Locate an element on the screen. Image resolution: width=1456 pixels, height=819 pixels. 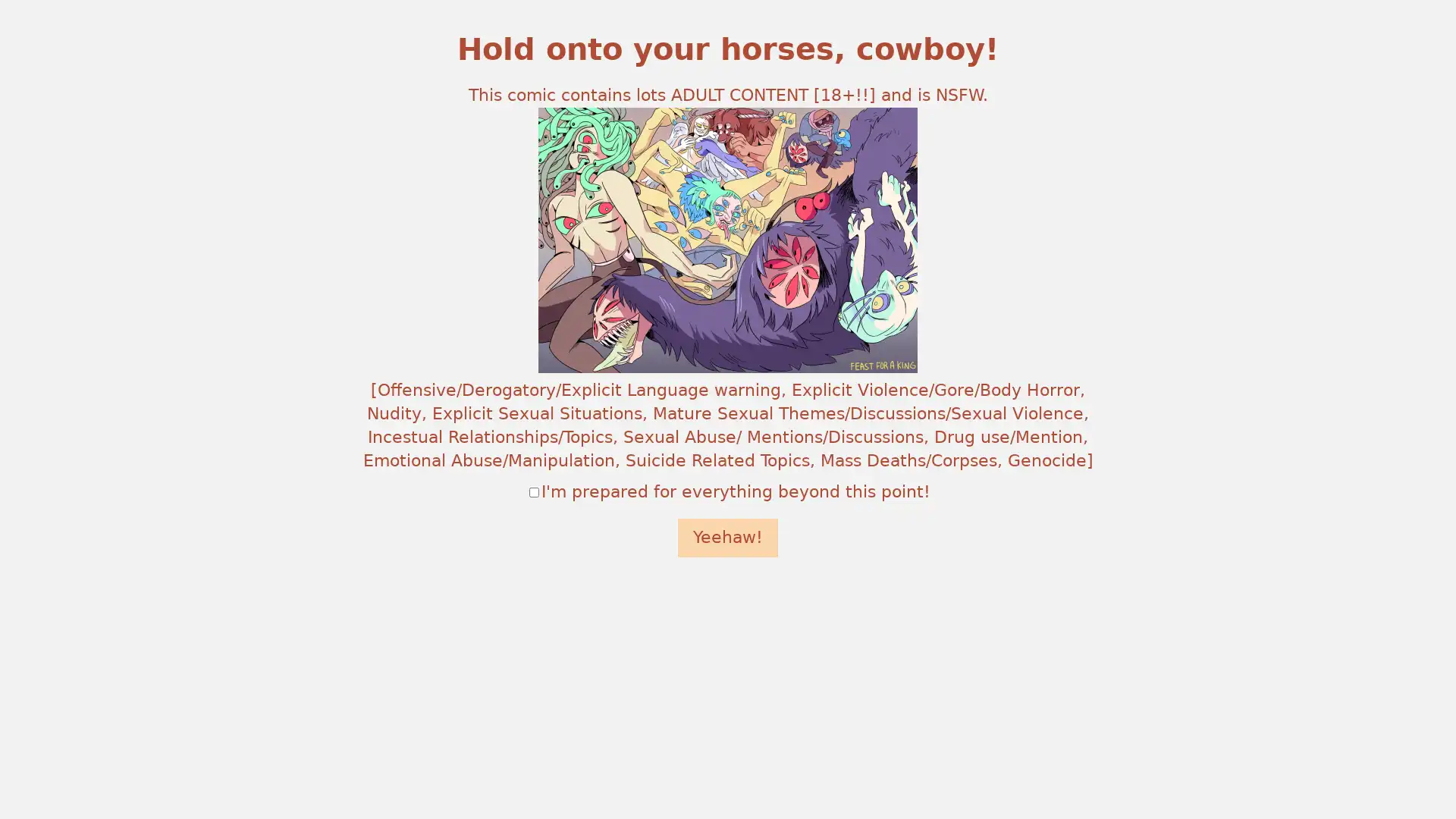
Yeehaw! is located at coordinates (728, 537).